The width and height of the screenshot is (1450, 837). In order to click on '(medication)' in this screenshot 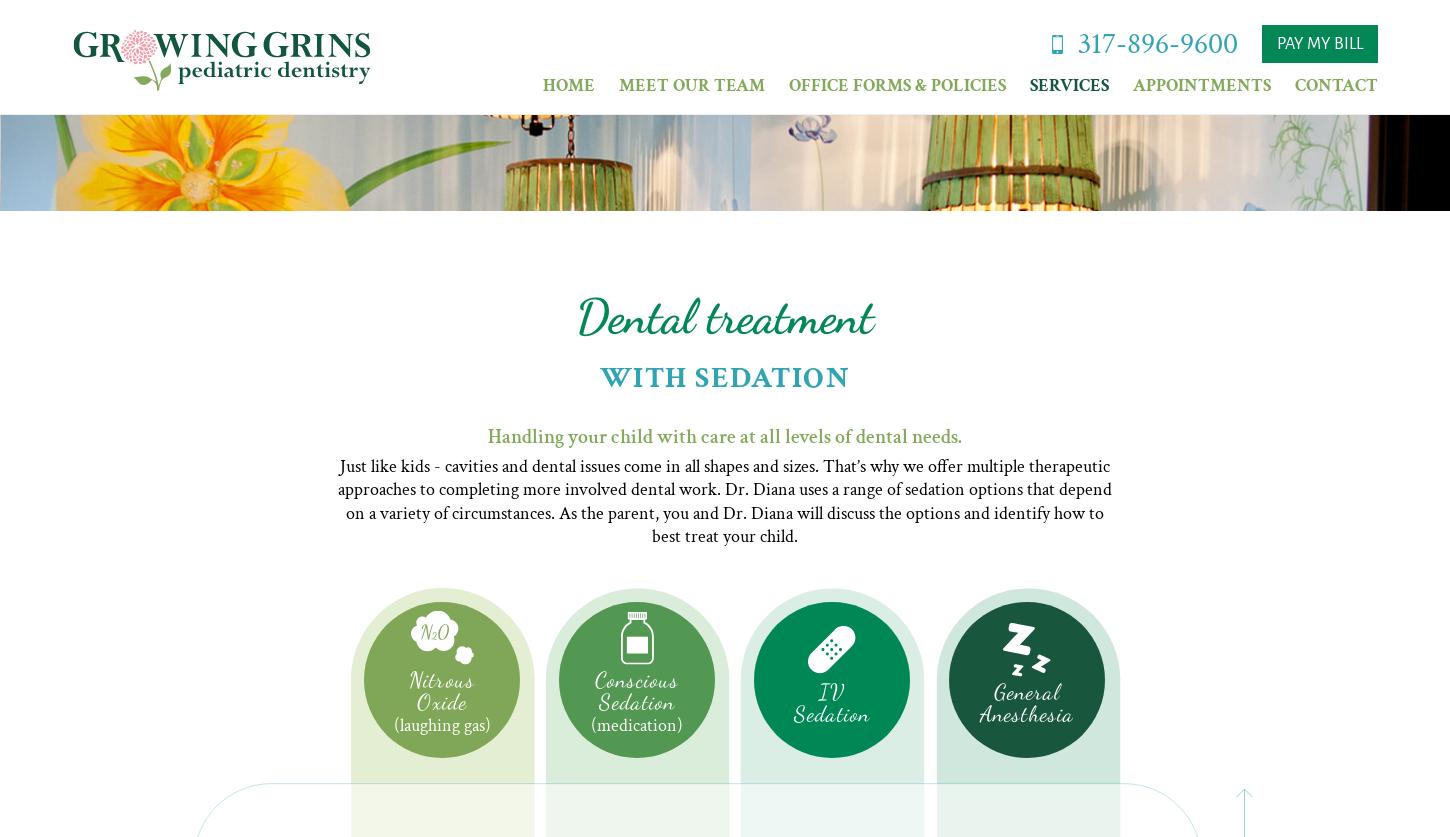, I will do `click(635, 723)`.